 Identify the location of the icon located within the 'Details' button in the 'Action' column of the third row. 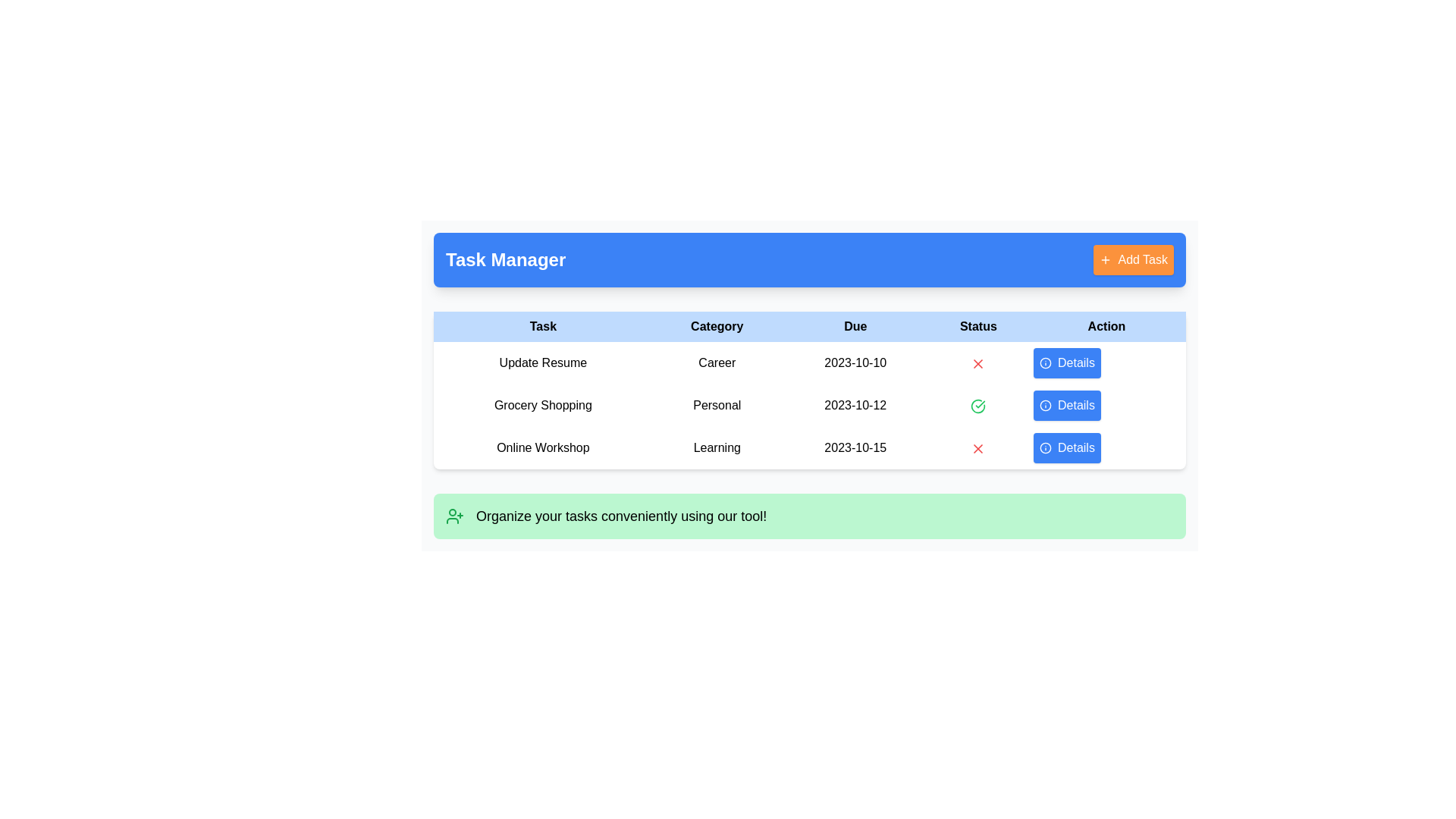
(1044, 447).